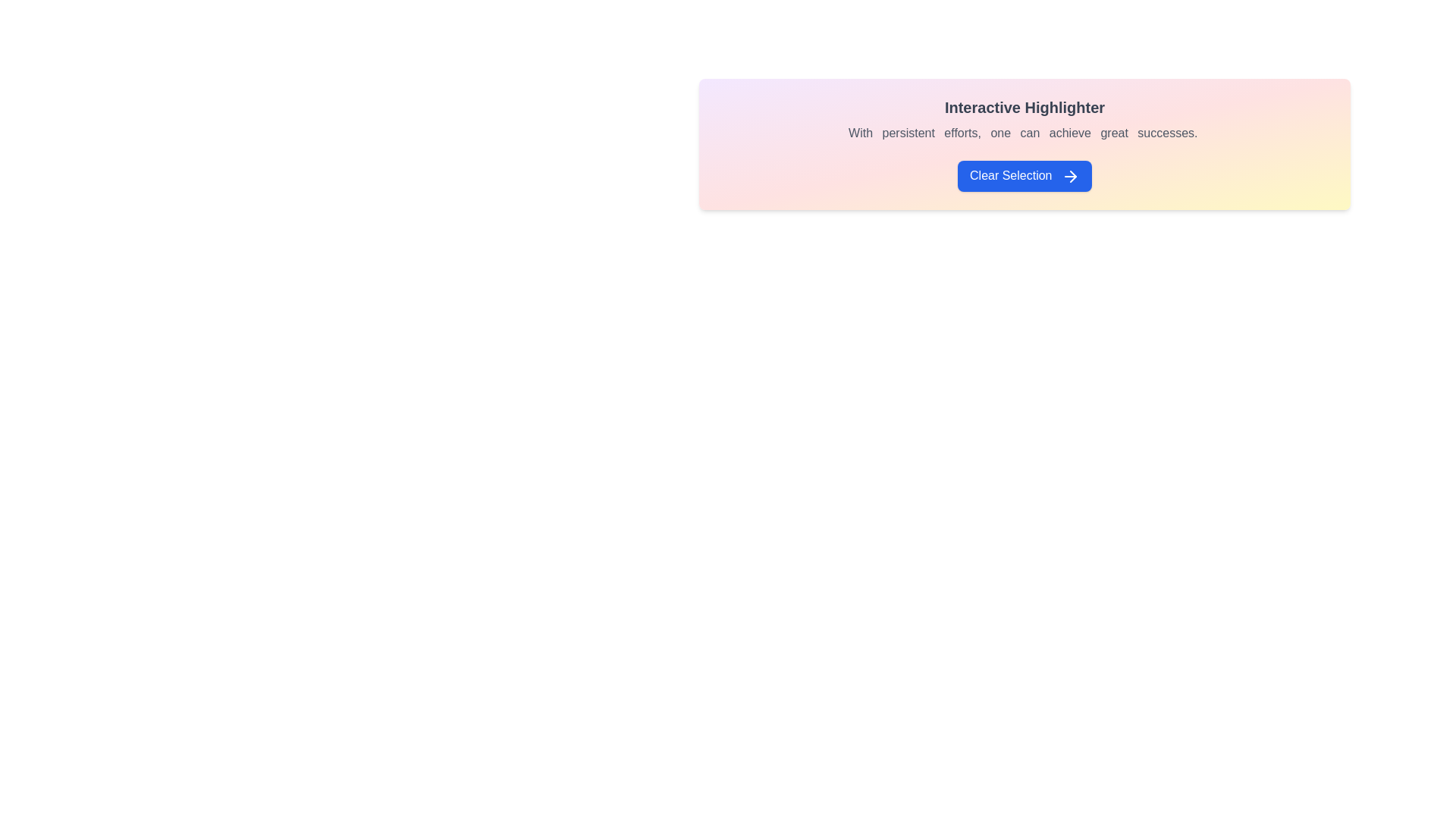  I want to click on the word 'can' which is the fifth word in the sentence 'With persistent efforts, one can achieve great successes.' located in a text area with a gradient background, so click(1031, 132).